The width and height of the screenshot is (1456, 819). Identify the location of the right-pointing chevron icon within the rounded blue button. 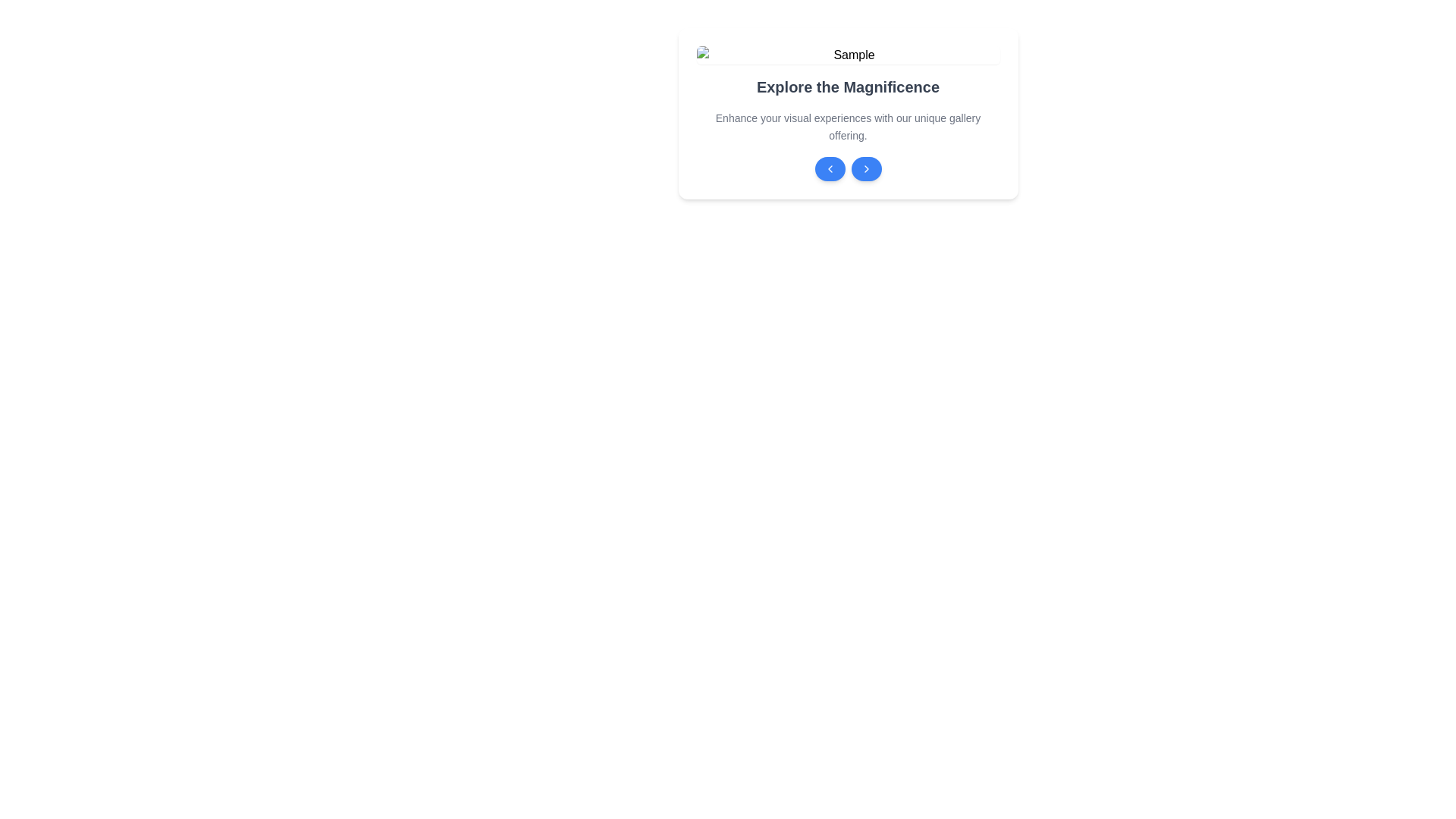
(866, 168).